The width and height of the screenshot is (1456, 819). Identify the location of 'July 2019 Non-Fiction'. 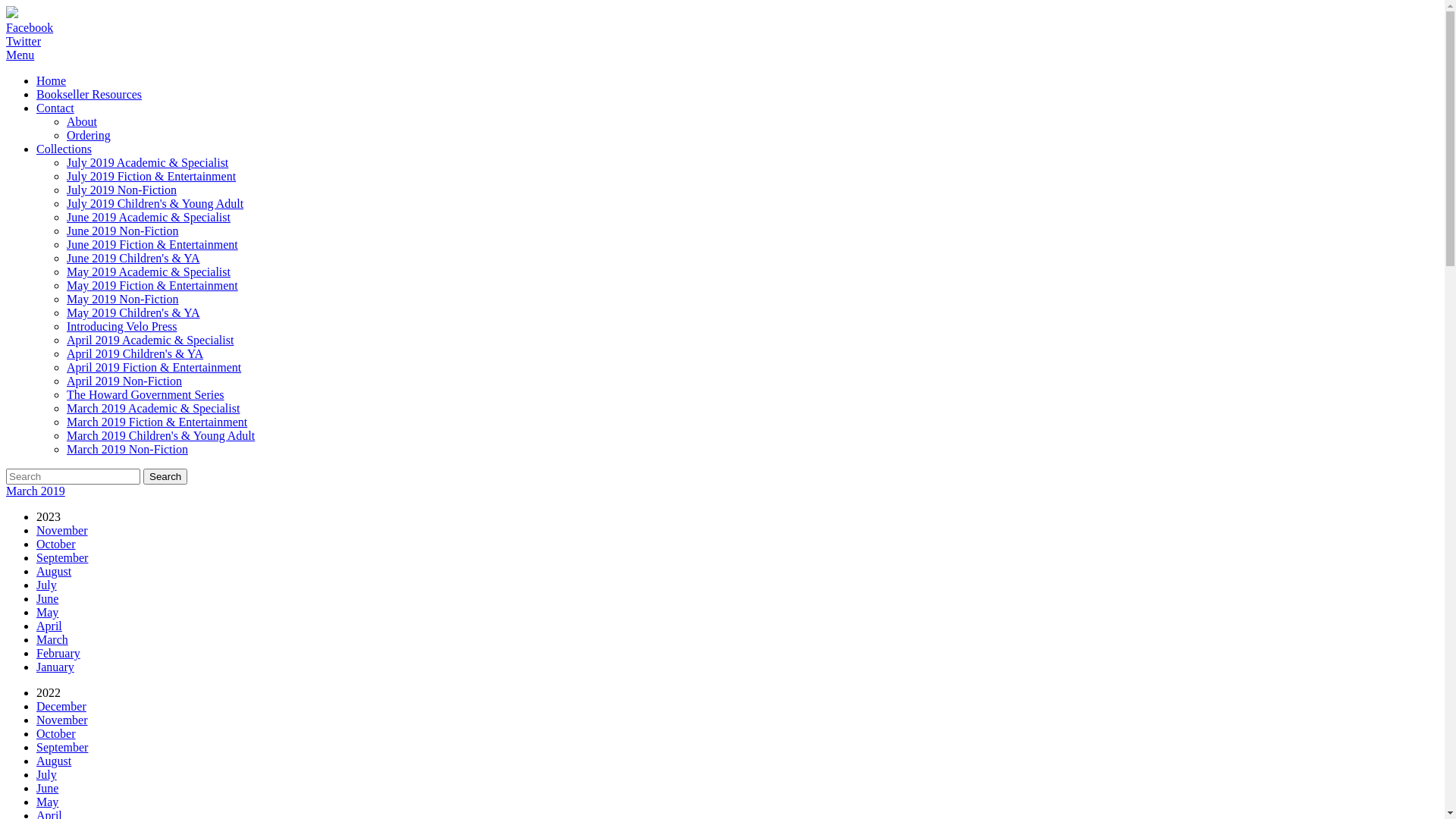
(121, 189).